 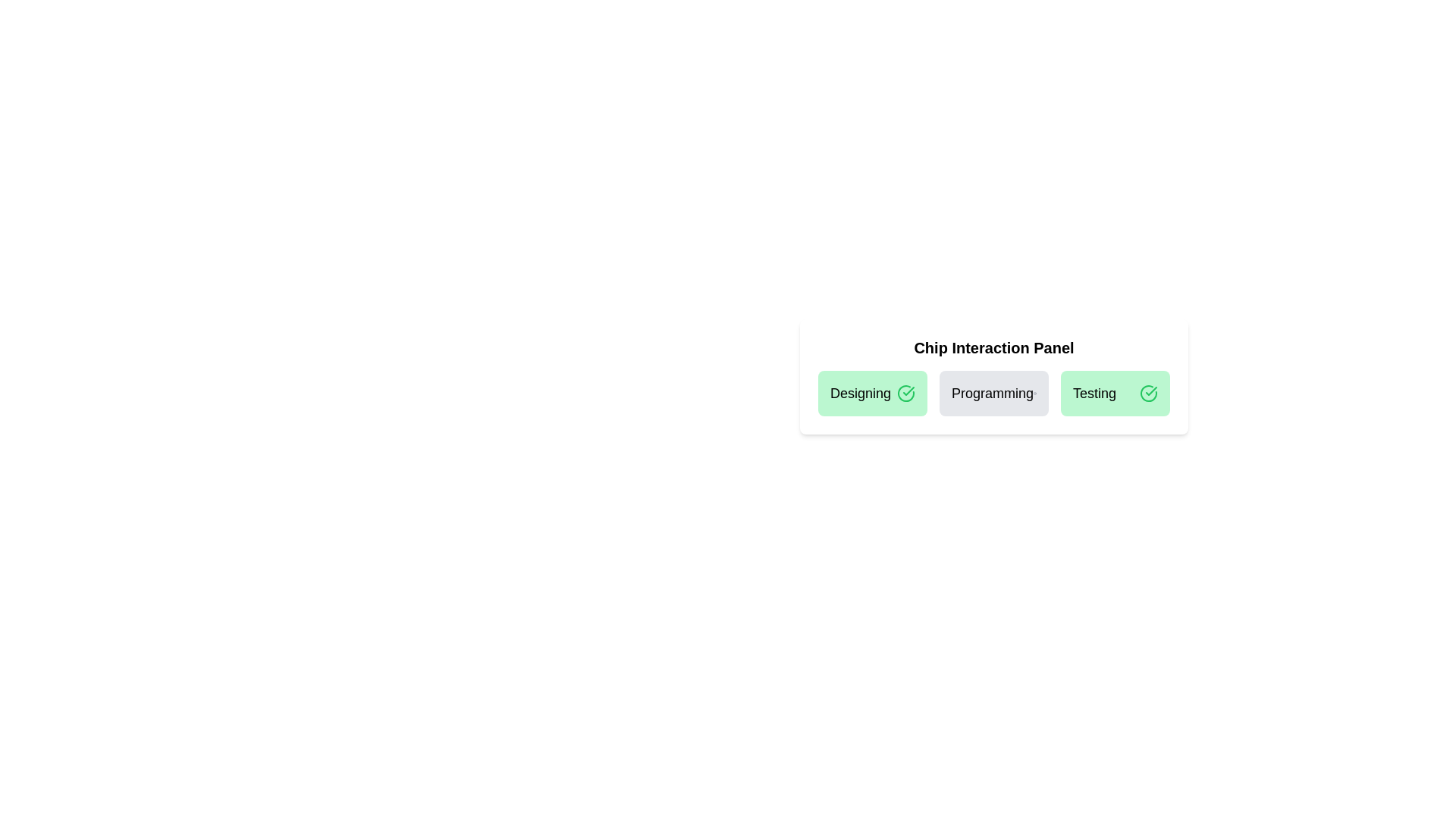 What do you see at coordinates (993, 348) in the screenshot?
I see `the title text of the chip interaction panel to review its content` at bounding box center [993, 348].